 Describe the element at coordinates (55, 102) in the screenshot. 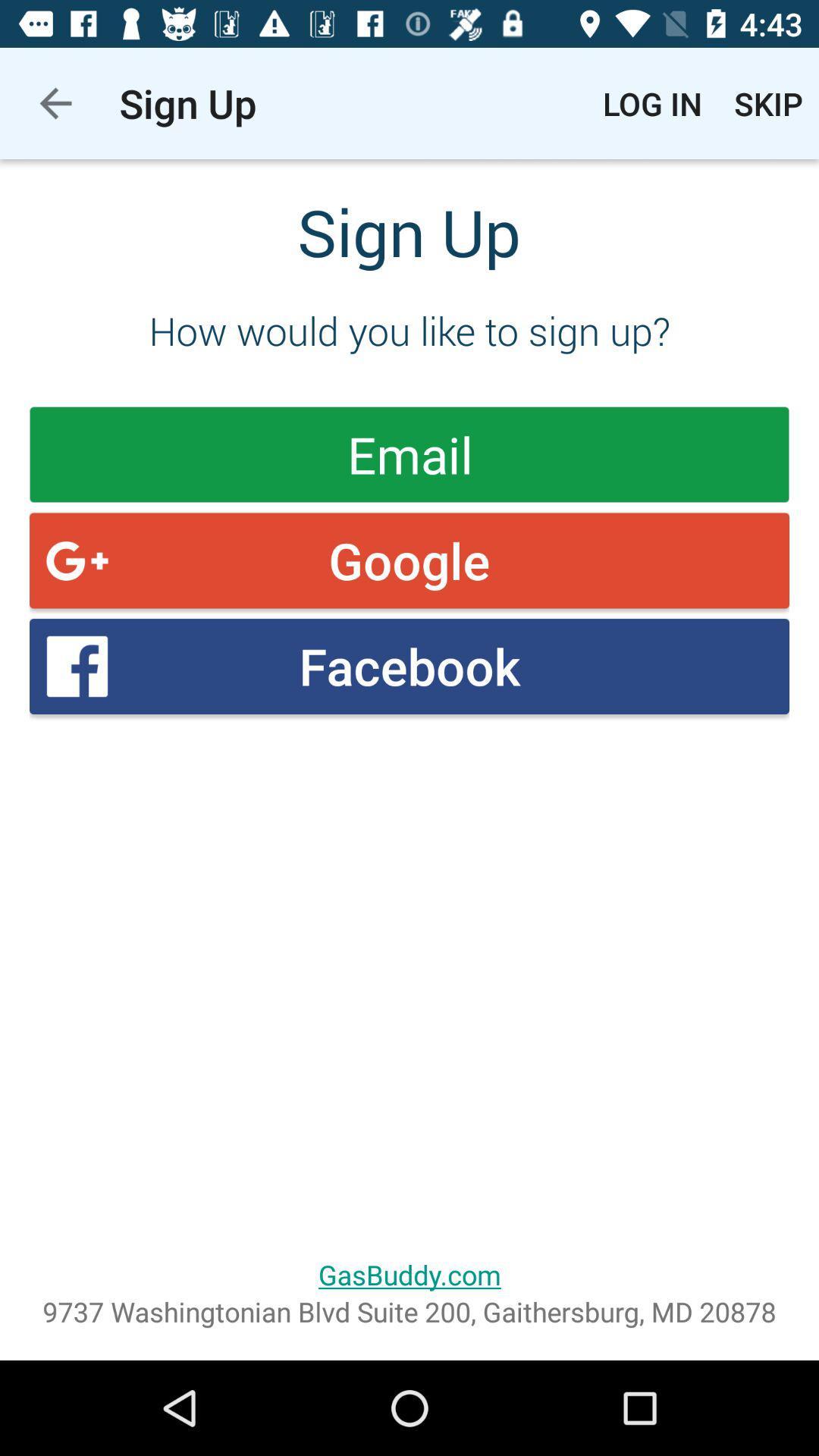

I see `the app to the left of the sign up` at that location.